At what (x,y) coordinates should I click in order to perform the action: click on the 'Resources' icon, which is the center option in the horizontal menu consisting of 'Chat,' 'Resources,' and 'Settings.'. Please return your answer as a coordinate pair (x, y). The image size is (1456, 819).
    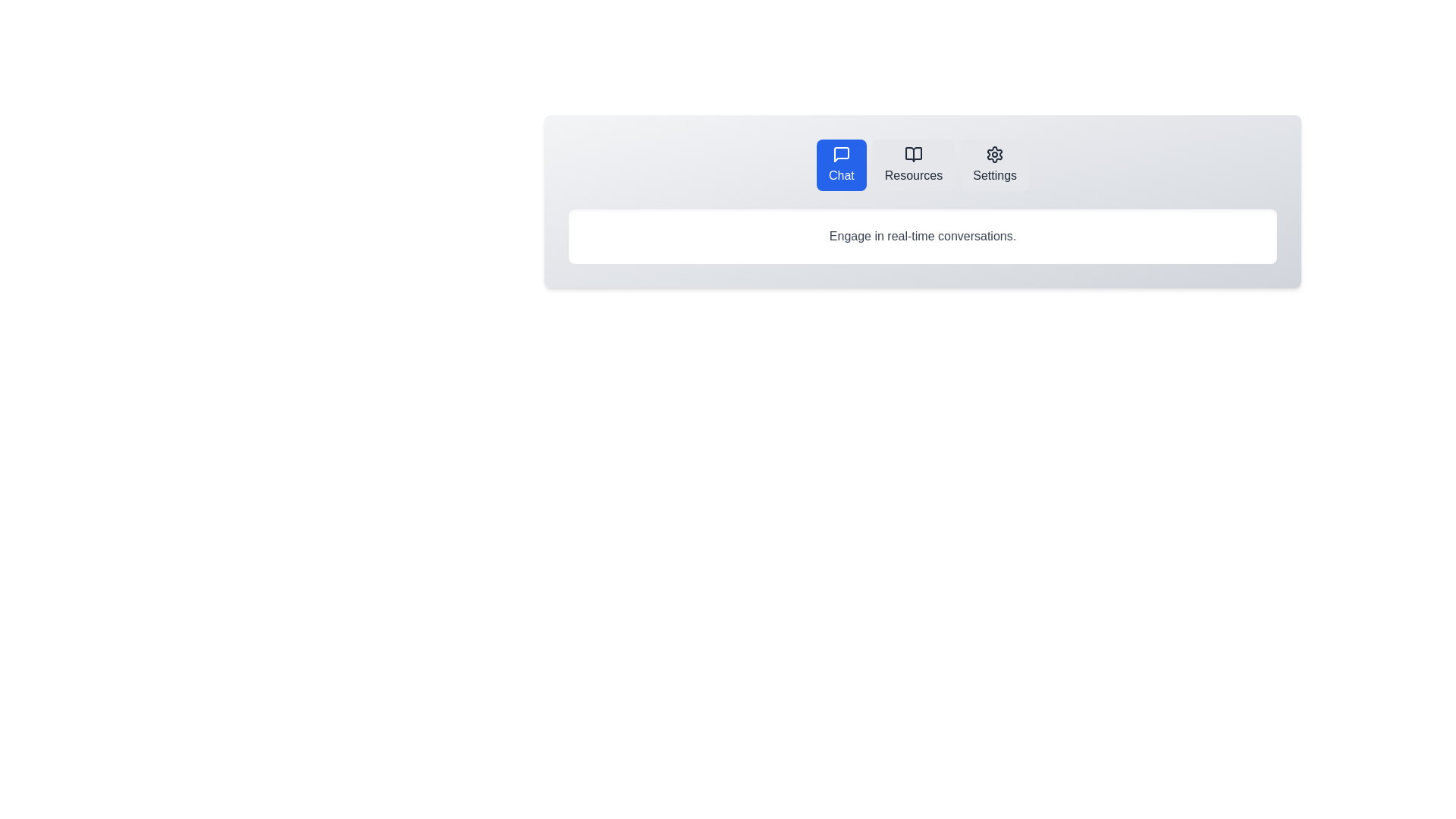
    Looking at the image, I should click on (912, 155).